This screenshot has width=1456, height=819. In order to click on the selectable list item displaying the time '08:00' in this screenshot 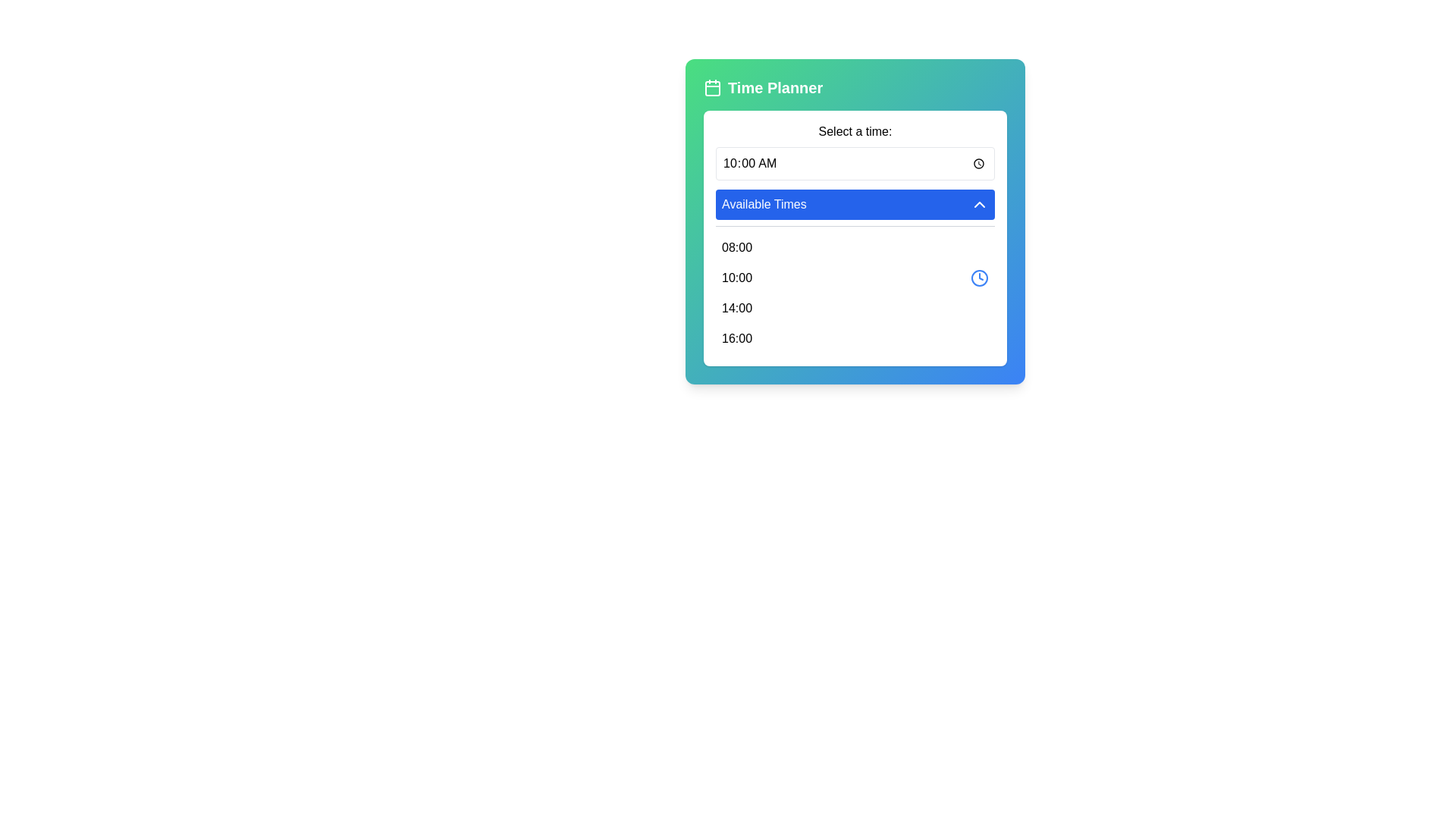, I will do `click(855, 247)`.